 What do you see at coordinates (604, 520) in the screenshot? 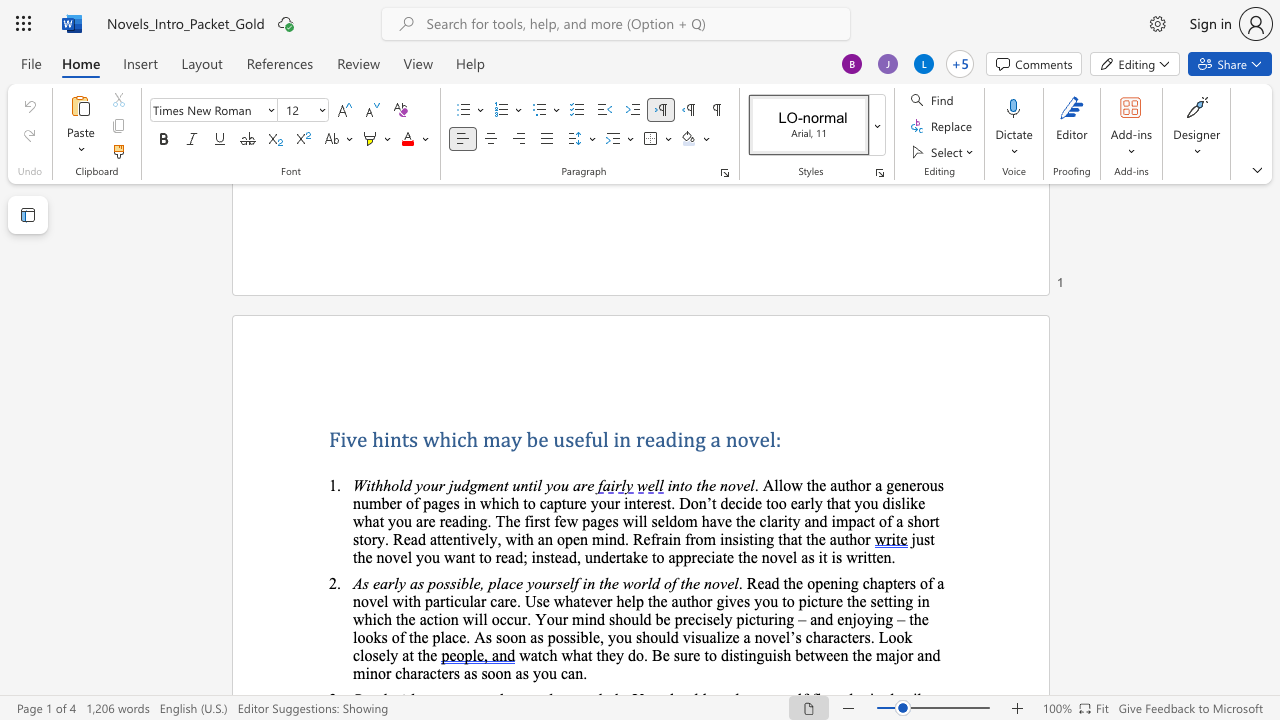
I see `the space between the continuous character "g" and "e" in the text` at bounding box center [604, 520].